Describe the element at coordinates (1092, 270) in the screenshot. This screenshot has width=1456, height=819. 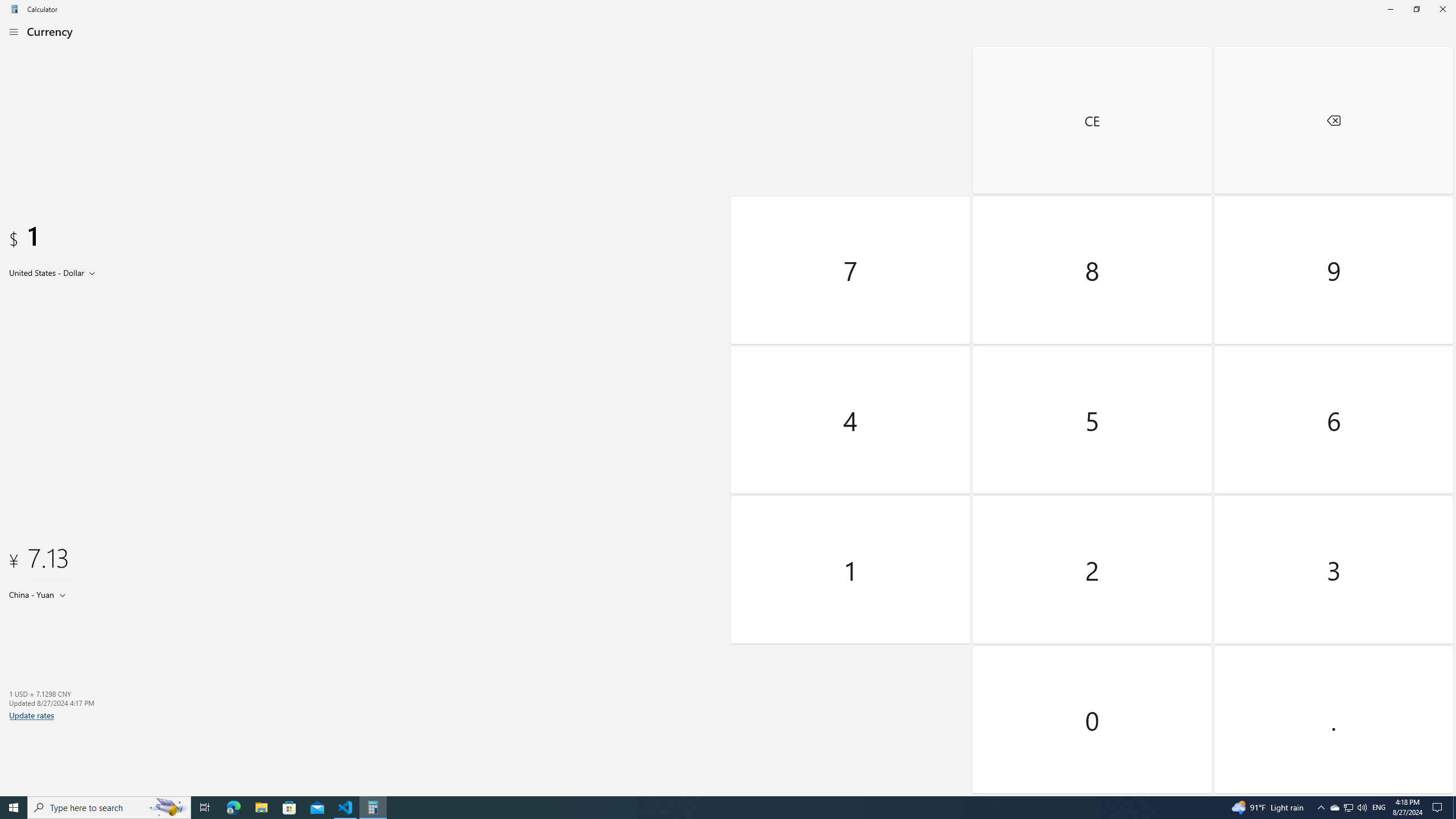
I see `'Eight'` at that location.